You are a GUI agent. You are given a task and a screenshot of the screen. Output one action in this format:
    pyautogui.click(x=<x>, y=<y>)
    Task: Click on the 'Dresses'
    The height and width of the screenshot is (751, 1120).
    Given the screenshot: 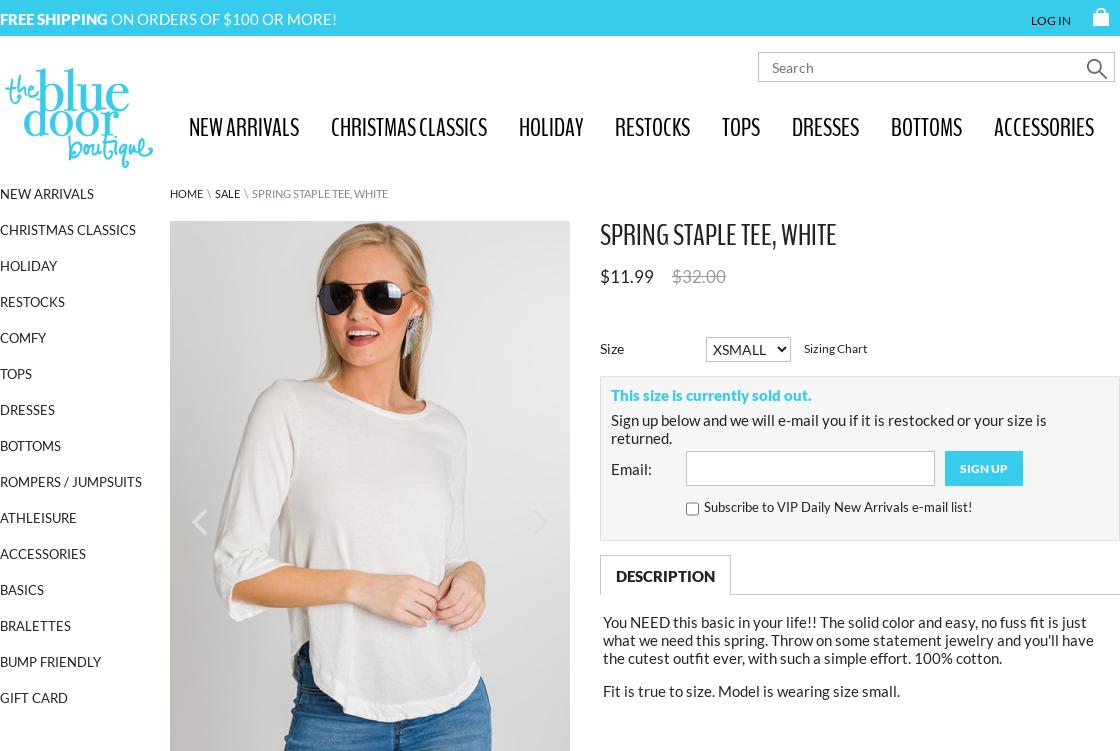 What is the action you would take?
    pyautogui.click(x=27, y=408)
    